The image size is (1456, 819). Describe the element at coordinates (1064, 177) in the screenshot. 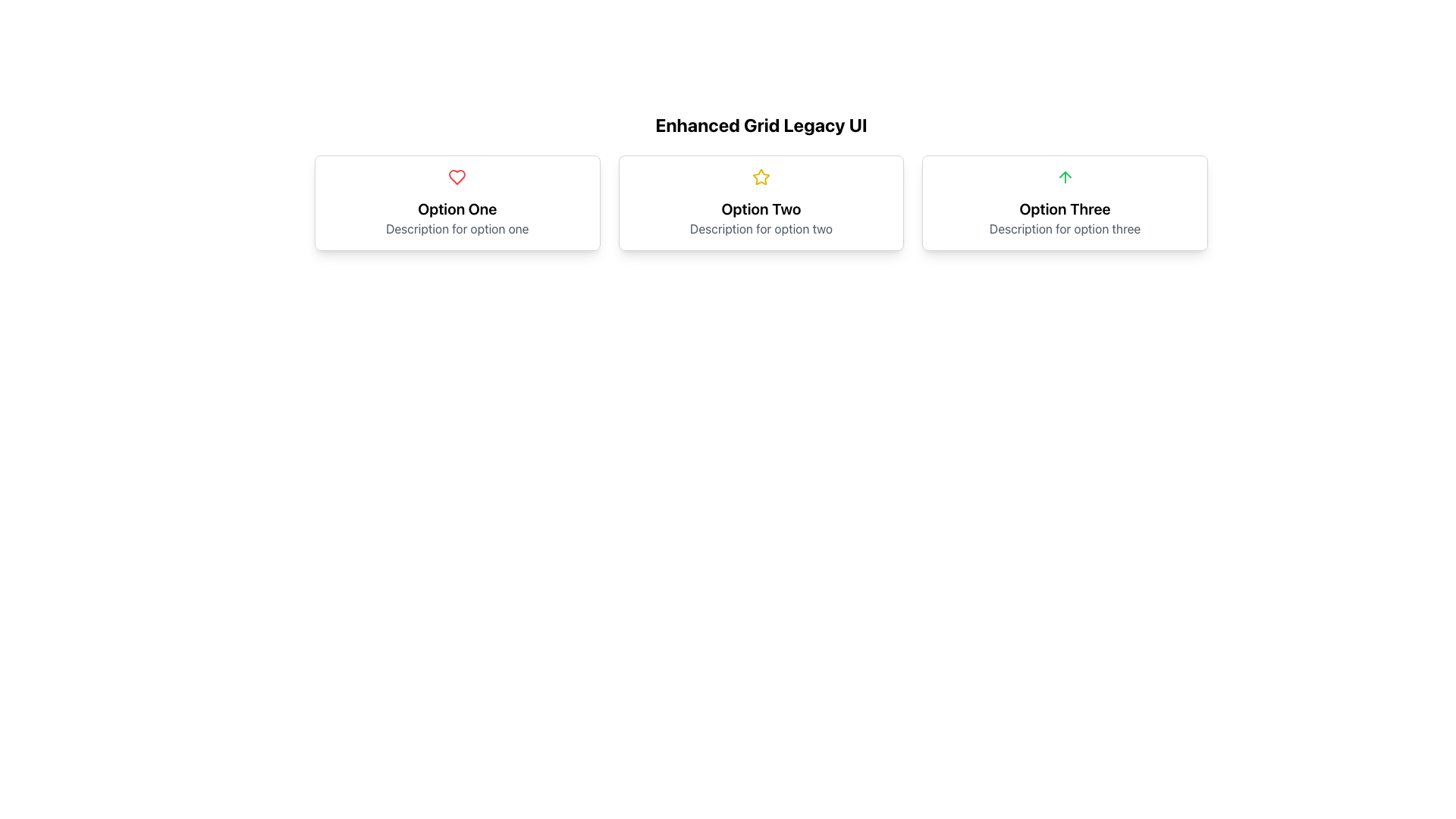

I see `the upward arrow icon located in the right-most card above the title 'Option Three'` at that location.